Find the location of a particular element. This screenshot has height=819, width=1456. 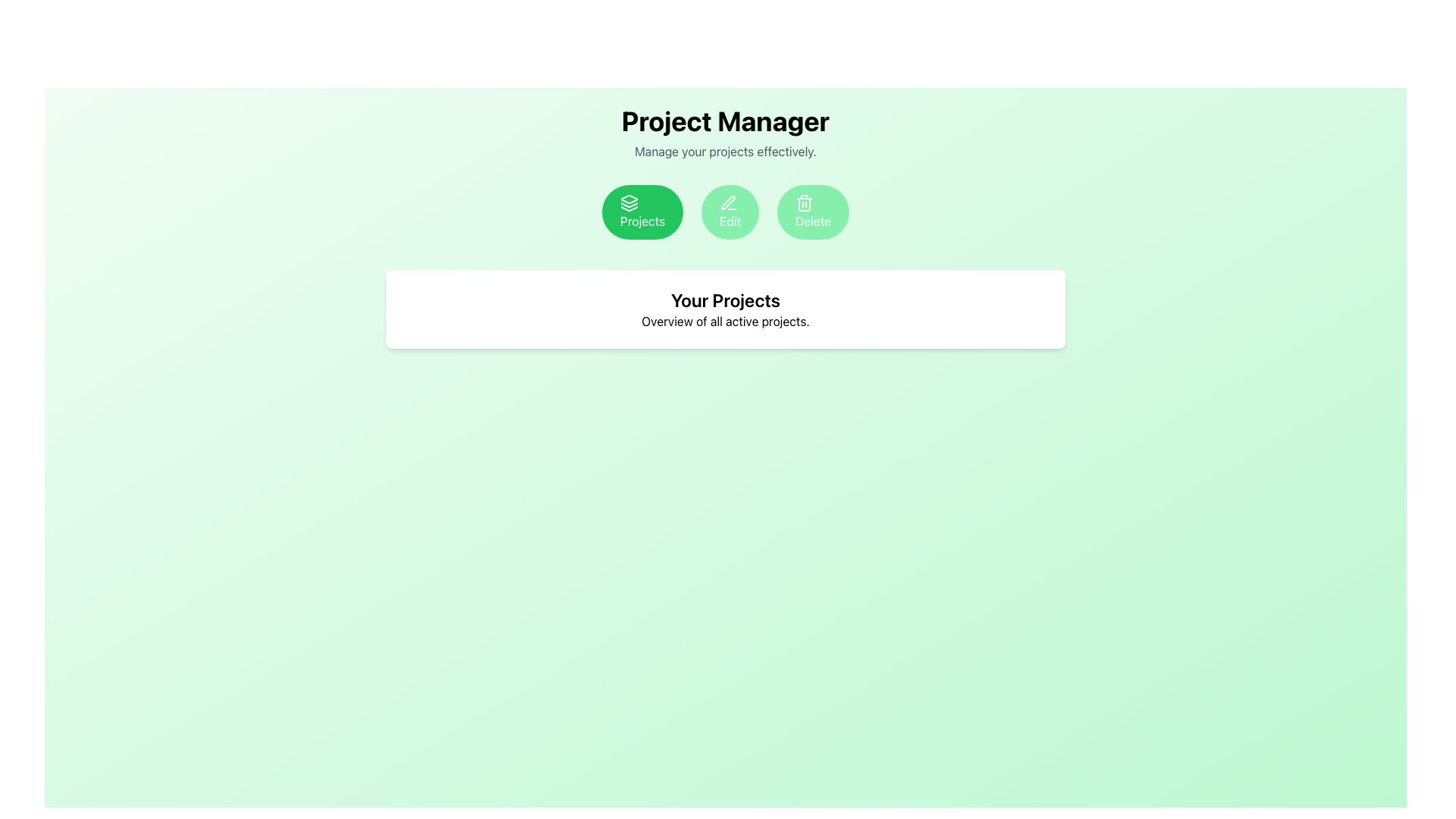

the triangular icon within the 'Projects' button located at the top-left of the icon layout on the toolbar is located at coordinates (629, 198).